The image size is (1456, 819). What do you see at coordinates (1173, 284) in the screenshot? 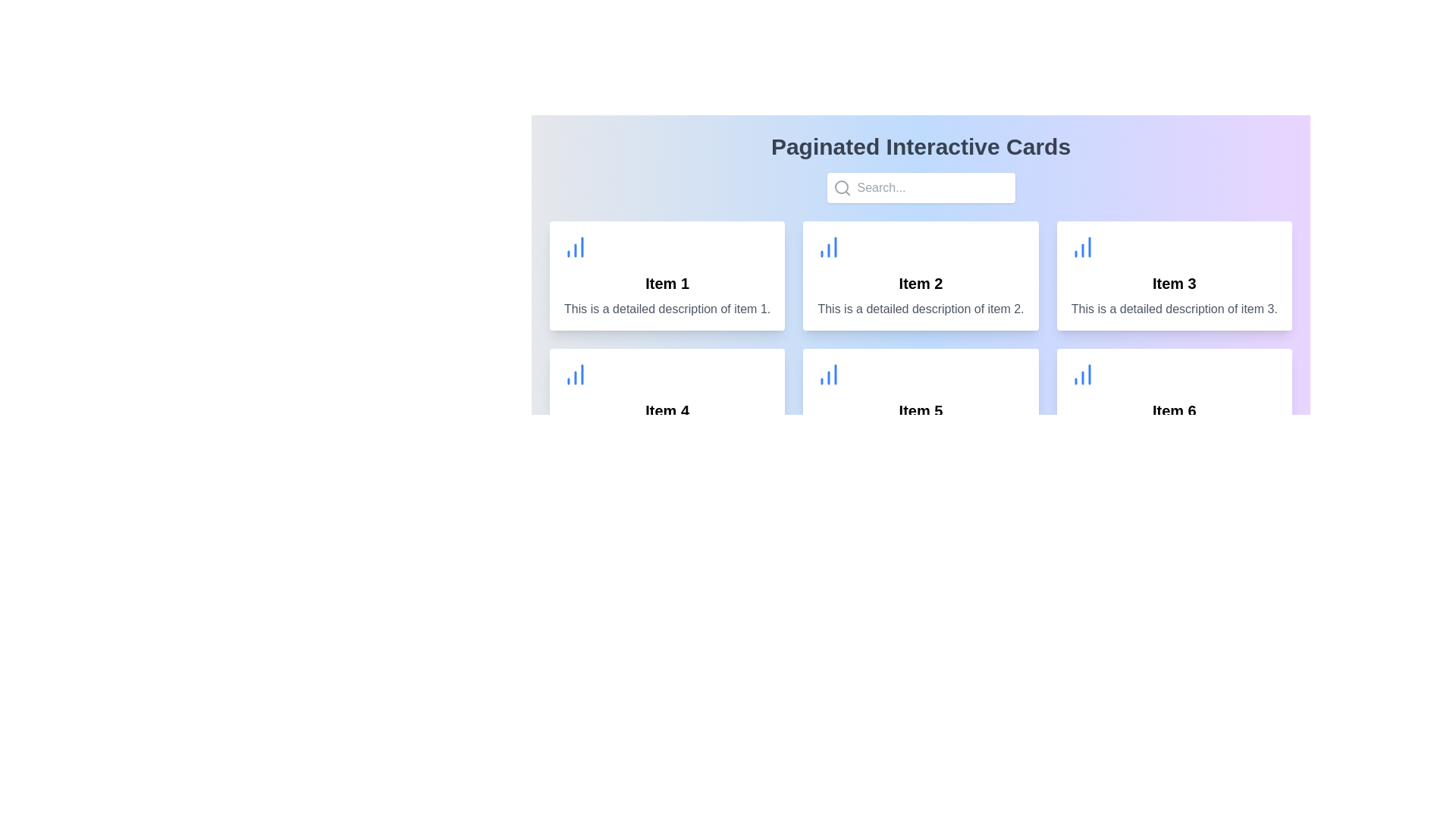
I see `the title/header text element located in the center area of the card labeled 'Item 3', which is positioned below the icon and above the description text` at bounding box center [1173, 284].